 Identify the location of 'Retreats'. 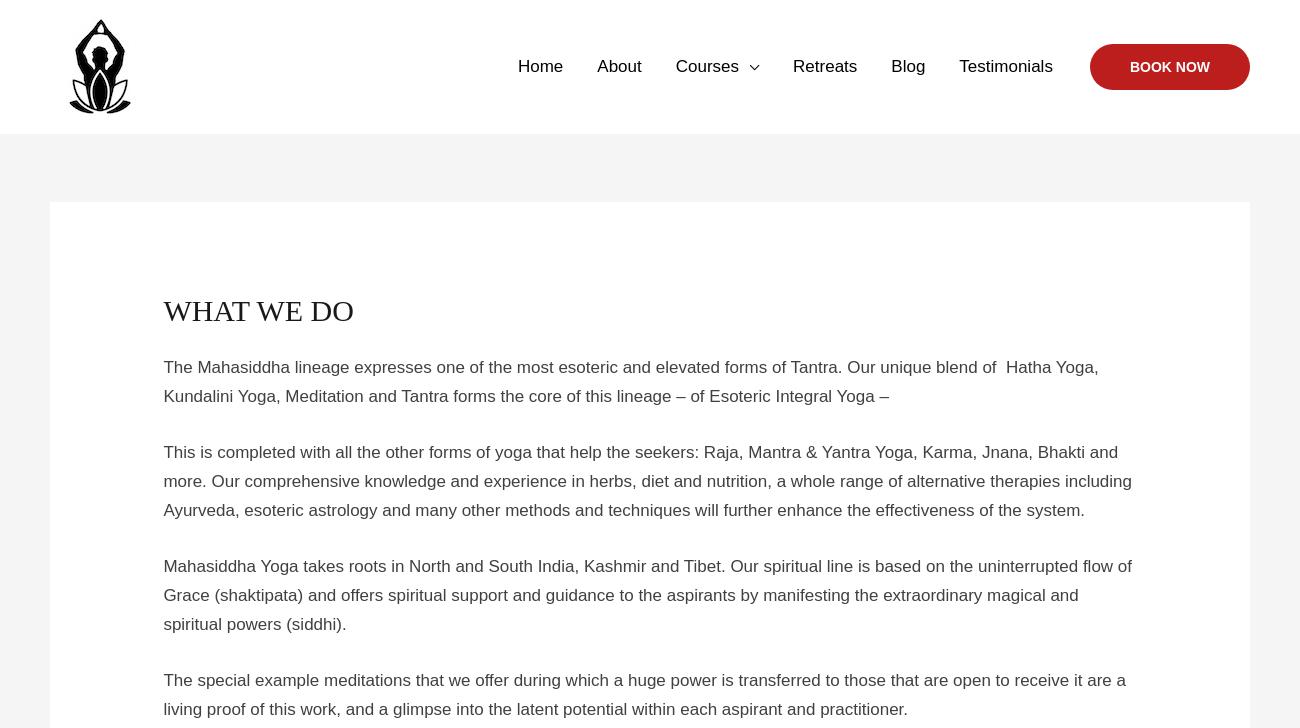
(792, 66).